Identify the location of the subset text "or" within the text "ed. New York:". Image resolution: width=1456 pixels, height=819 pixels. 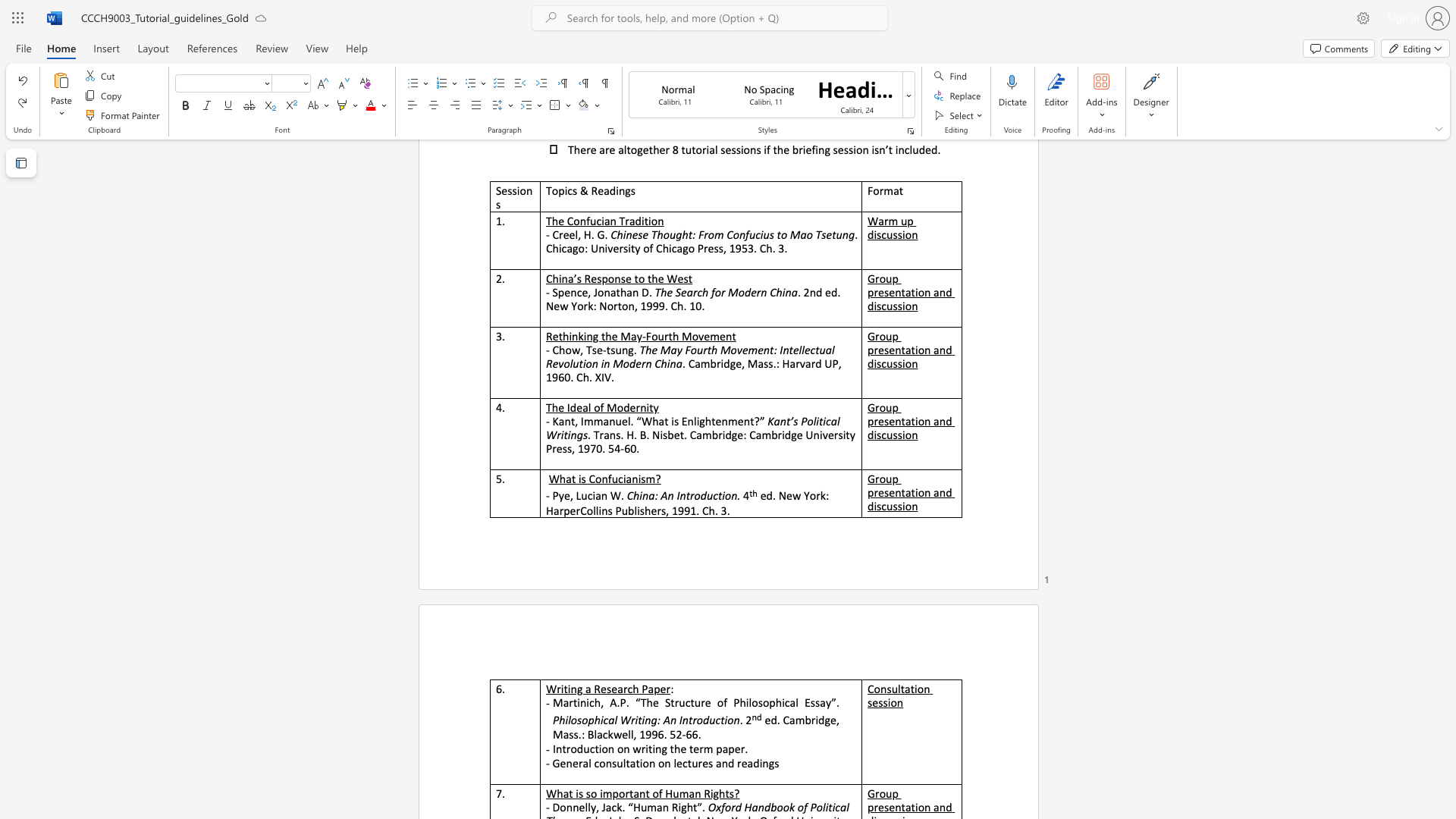
(808, 496).